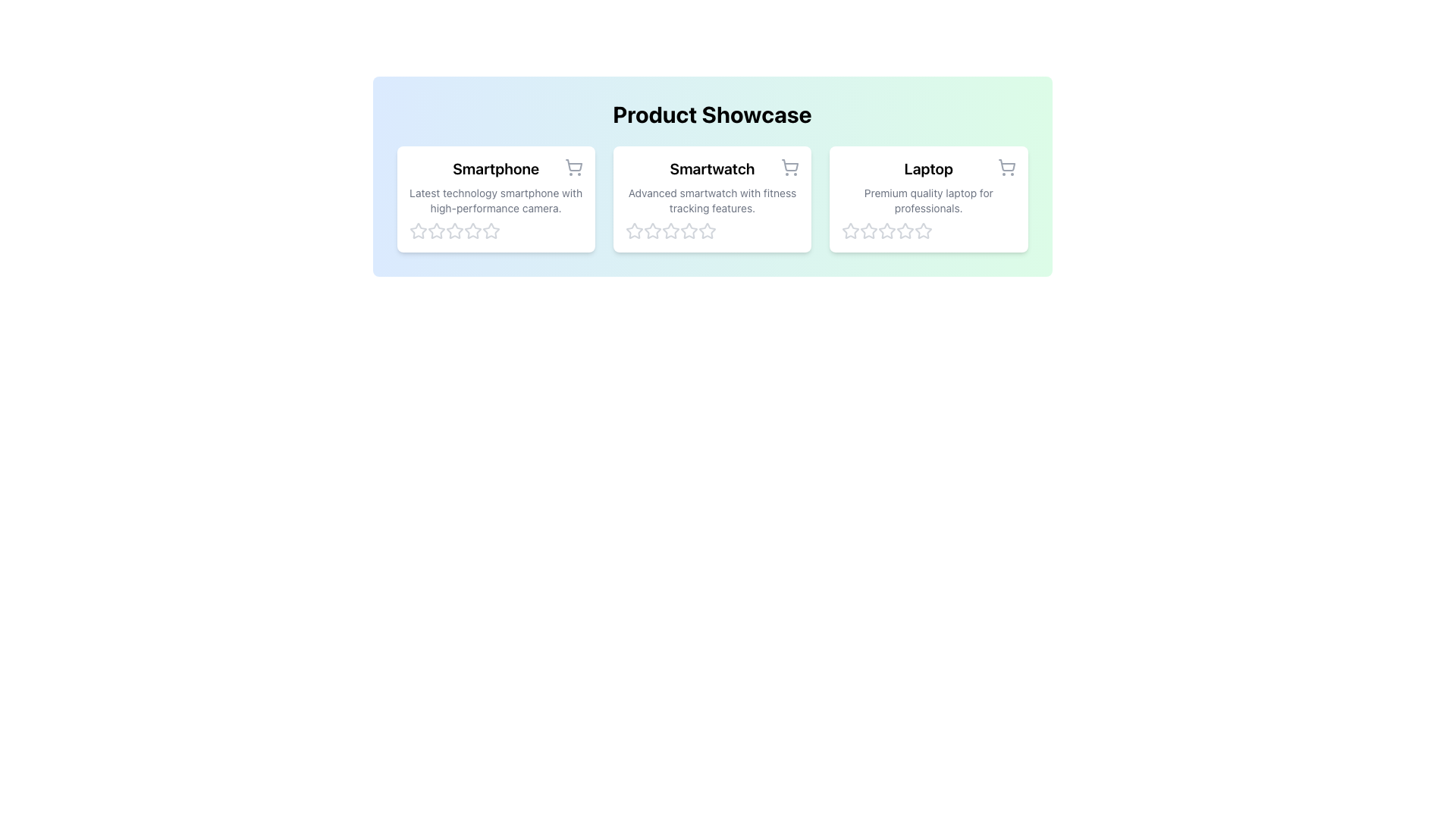  What do you see at coordinates (927, 169) in the screenshot?
I see `the static text label element that serves as the title of the product showcased in the third card from the left, positioned above the descriptive text and to the left of the shopping cart icon` at bounding box center [927, 169].